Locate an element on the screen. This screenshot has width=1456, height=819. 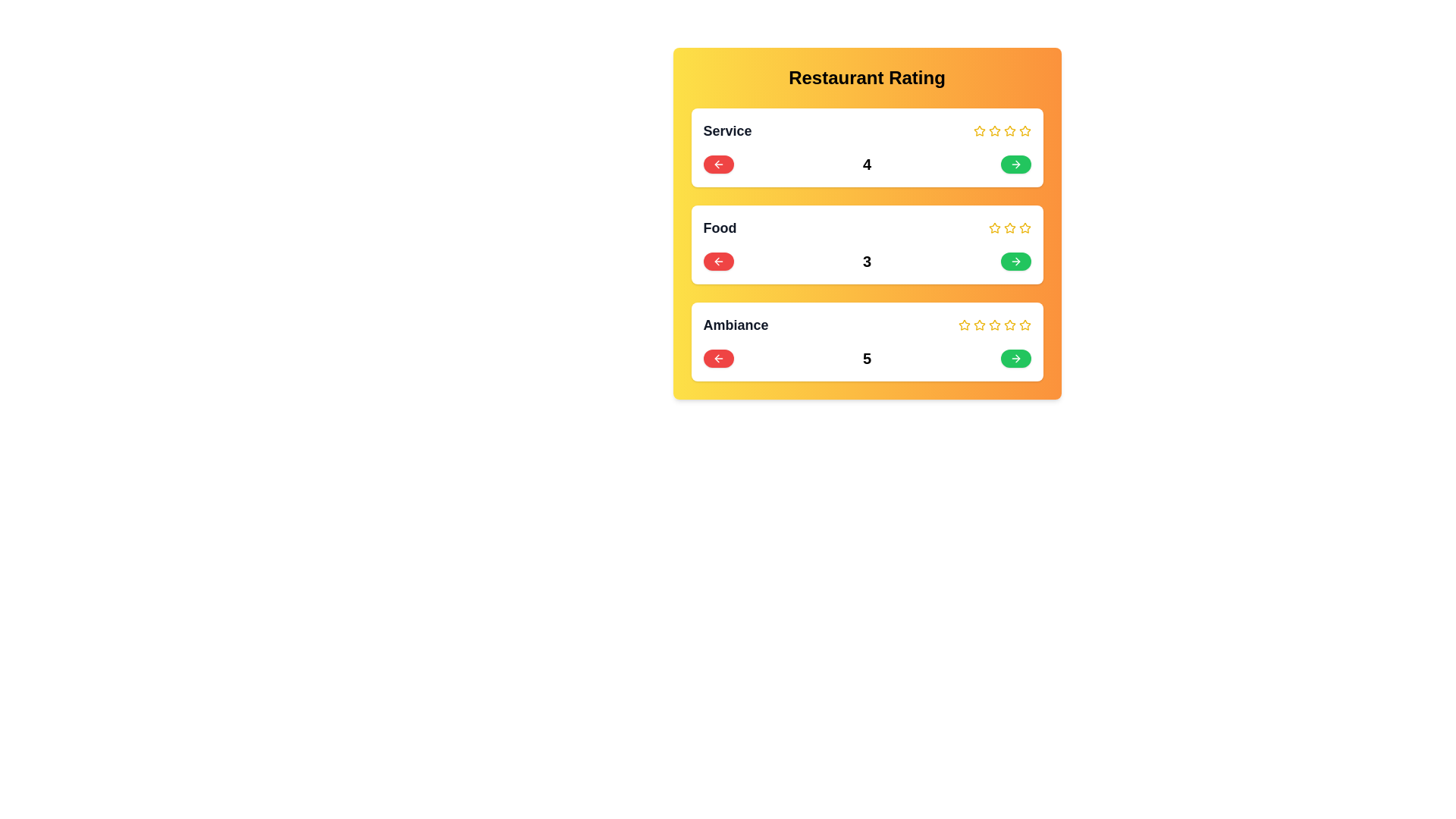
the fourth star from the left in the first row of the rating stars for the 'Service' category is located at coordinates (1009, 130).